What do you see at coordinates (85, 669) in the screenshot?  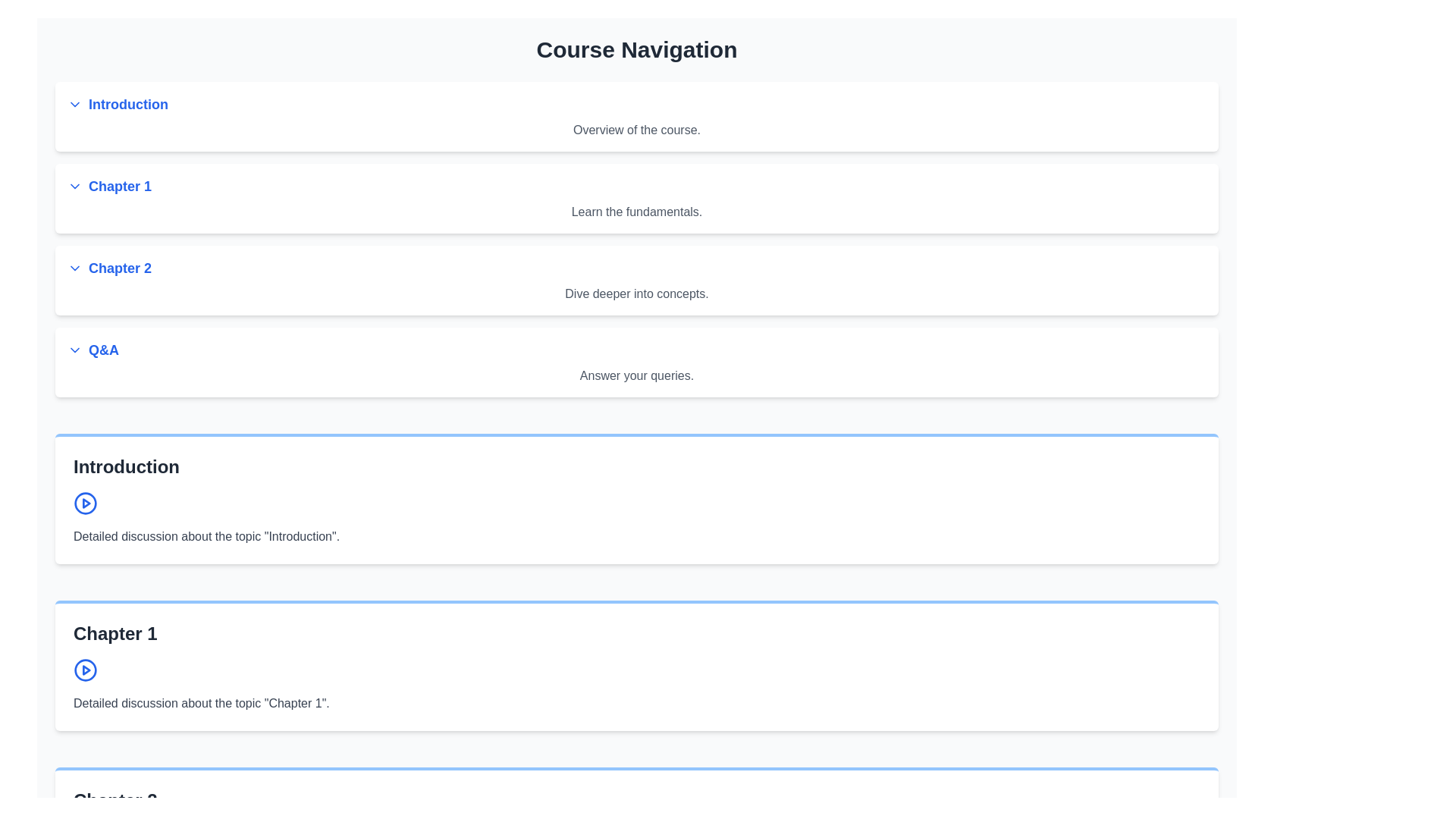 I see `the Circle SVG component that represents the circular outline of the play button beside the 'Chapter 1' header text` at bounding box center [85, 669].